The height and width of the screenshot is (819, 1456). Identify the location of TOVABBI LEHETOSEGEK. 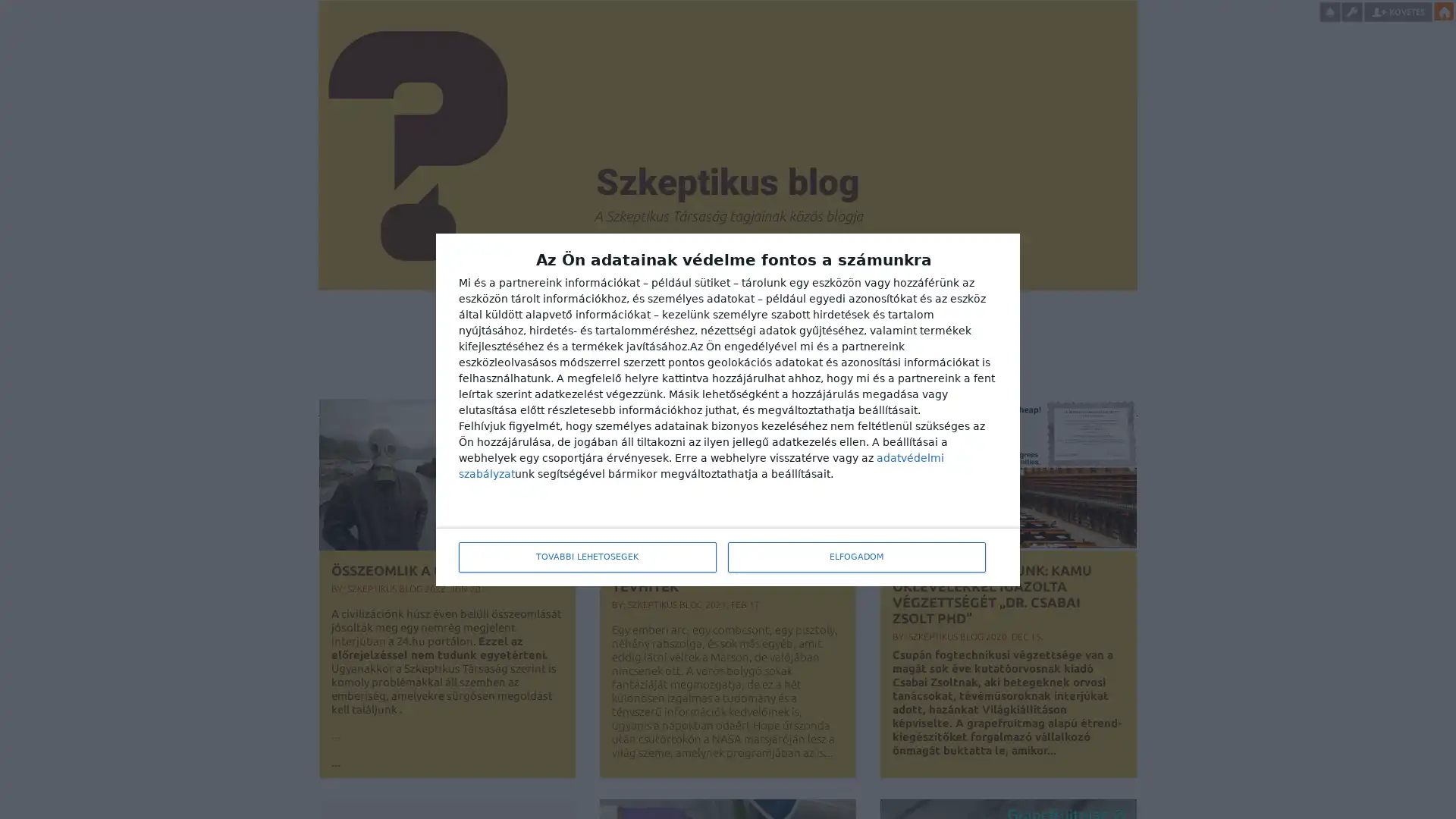
(586, 556).